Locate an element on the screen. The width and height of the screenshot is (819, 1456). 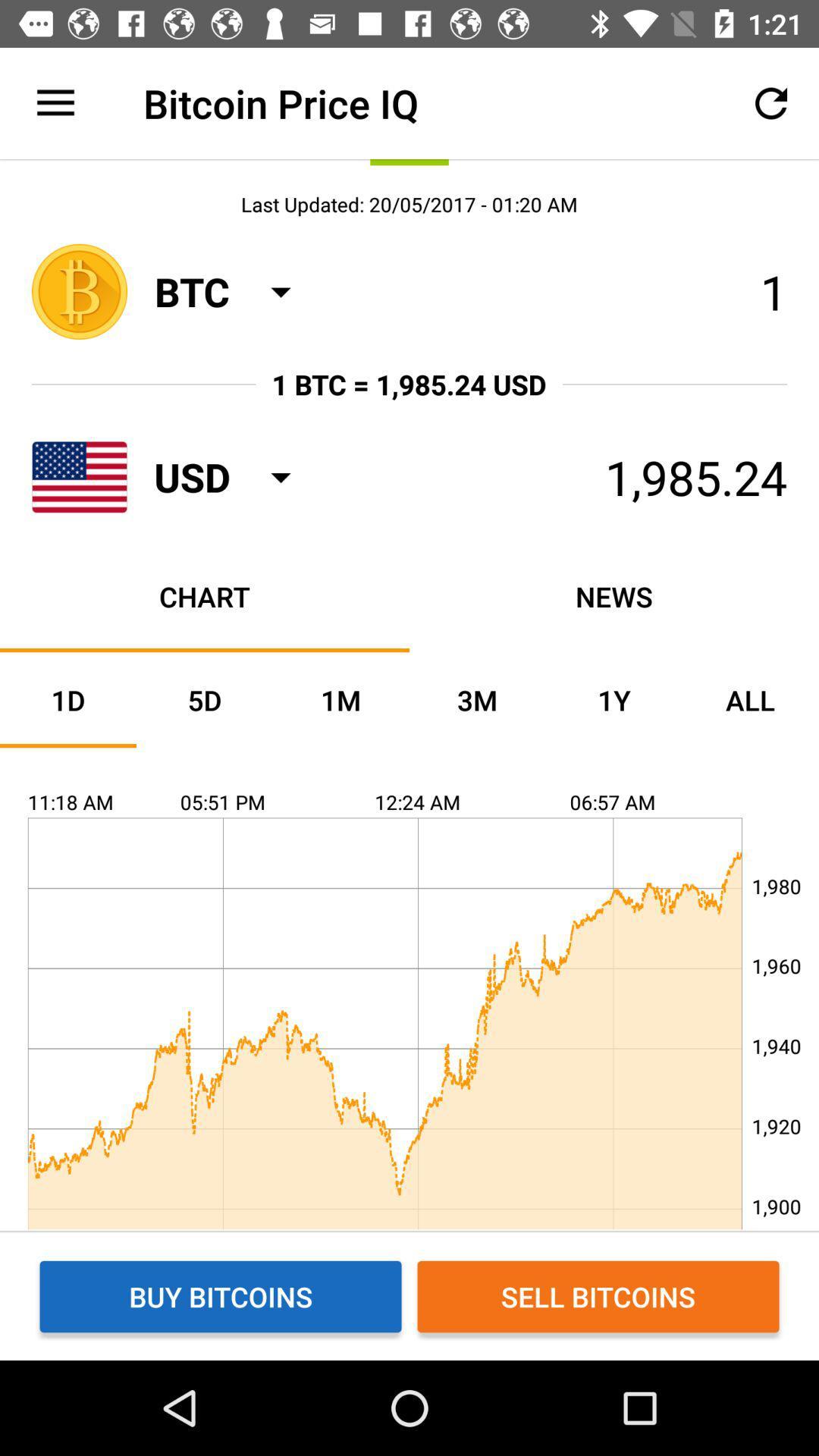
item to the right of the bitcoin price iq is located at coordinates (771, 102).